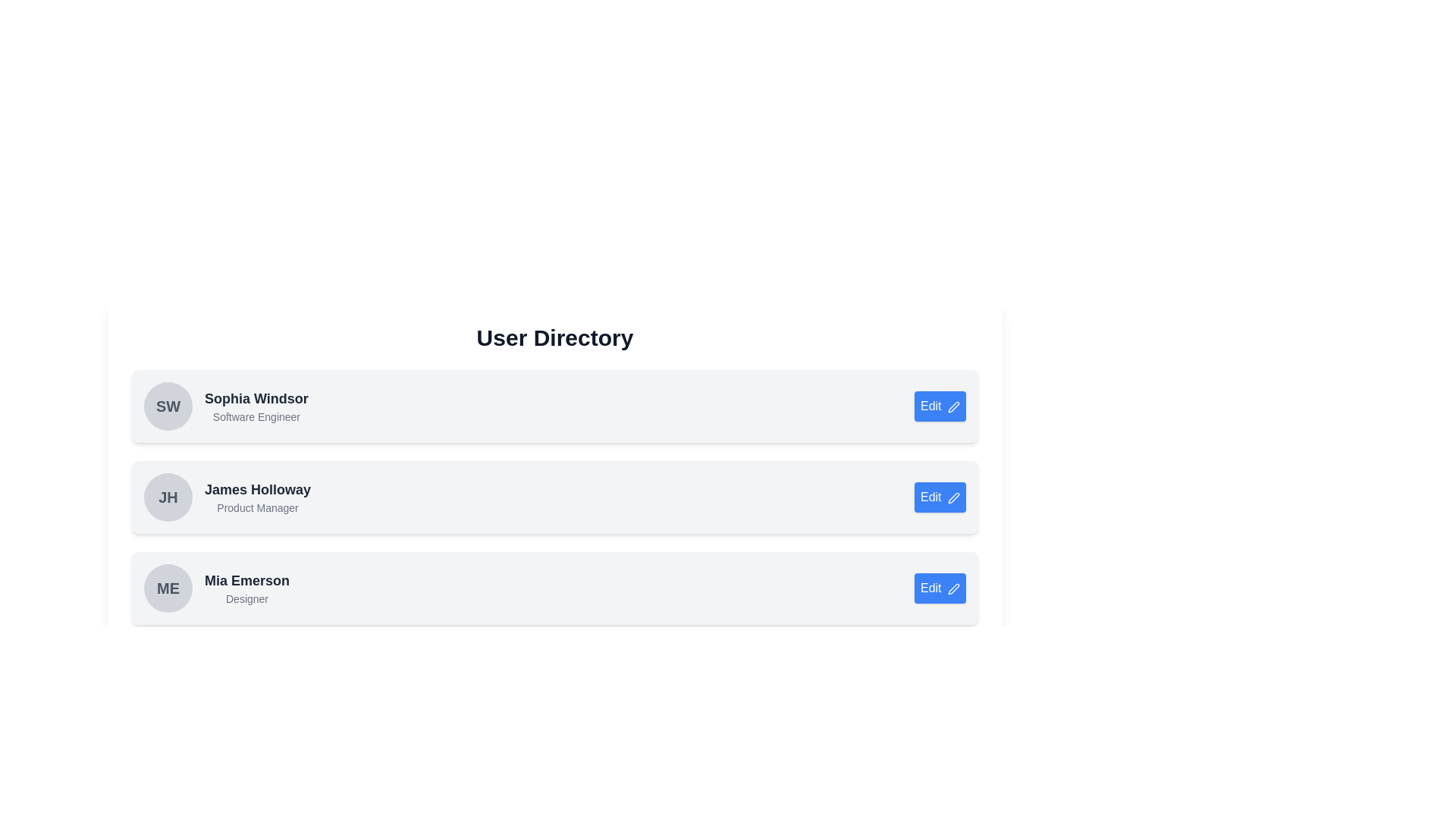  Describe the element at coordinates (952, 406) in the screenshot. I see `the edit icon within the 'Edit' button located at the far right of the user entry for 'Sophia Windsor'` at that location.